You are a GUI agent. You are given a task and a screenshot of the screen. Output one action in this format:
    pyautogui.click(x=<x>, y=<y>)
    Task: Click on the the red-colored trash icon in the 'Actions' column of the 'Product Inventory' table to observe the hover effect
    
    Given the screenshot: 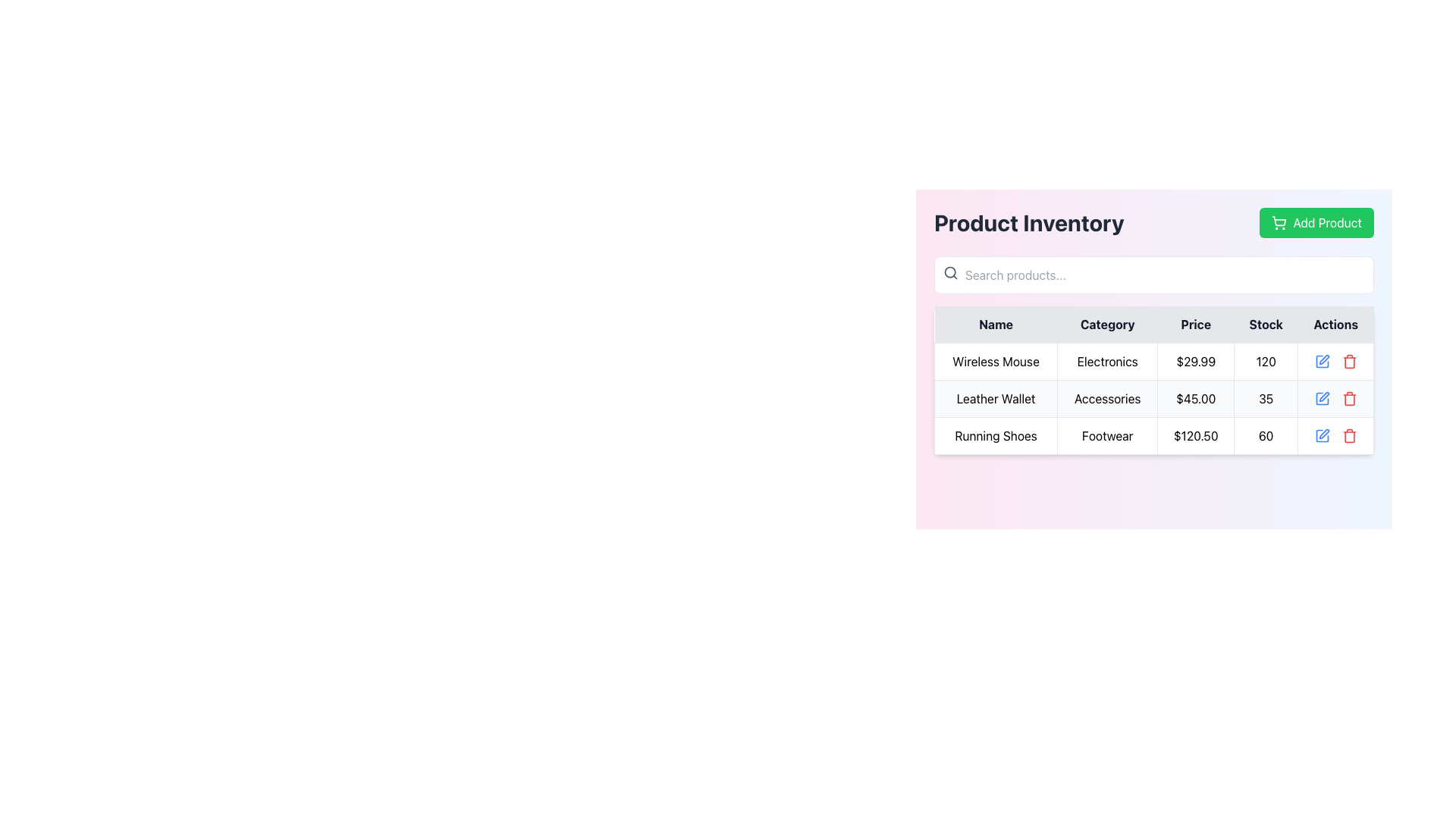 What is the action you would take?
    pyautogui.click(x=1349, y=435)
    